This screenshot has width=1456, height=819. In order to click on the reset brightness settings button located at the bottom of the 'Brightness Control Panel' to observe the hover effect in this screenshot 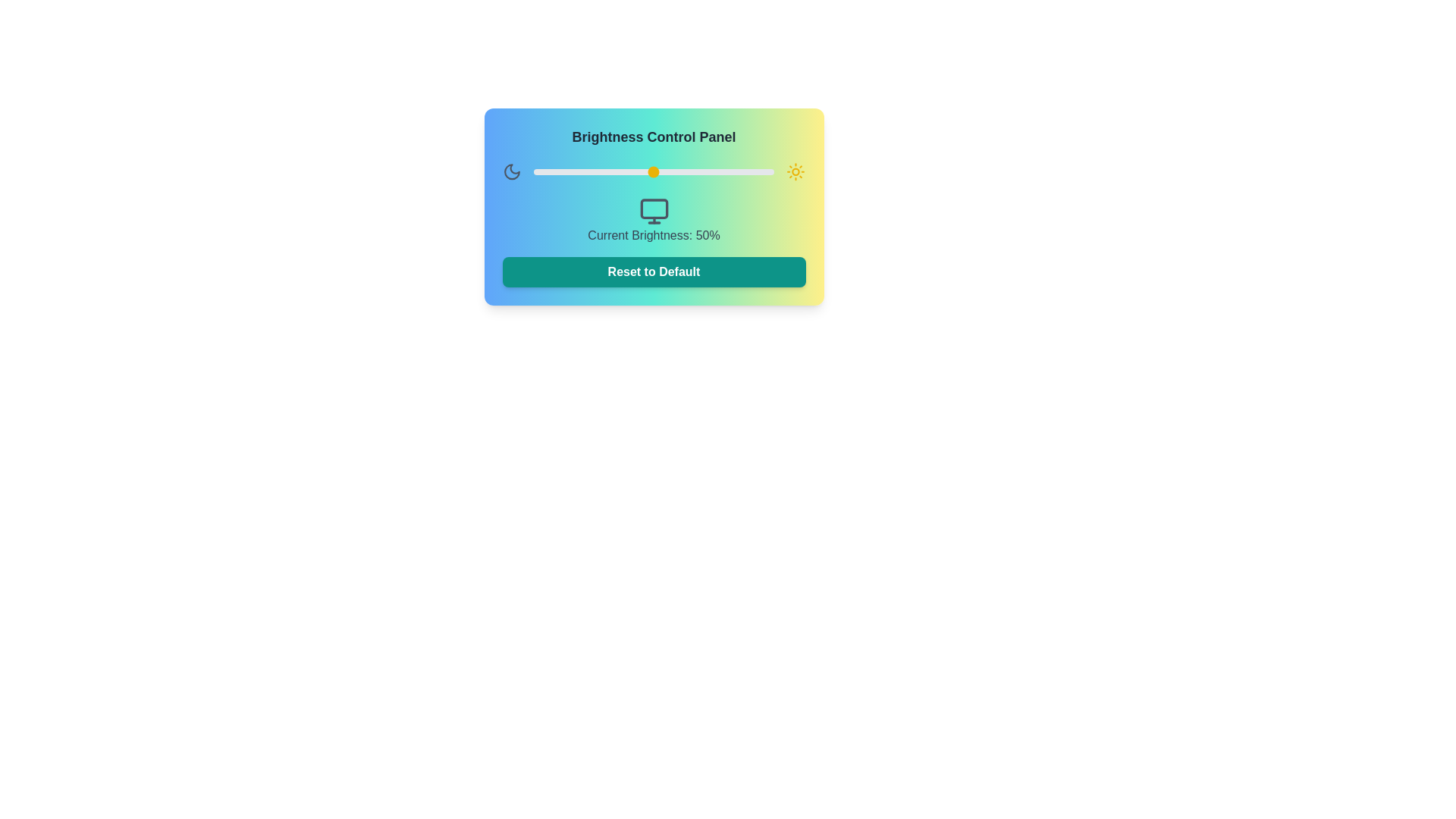, I will do `click(654, 271)`.